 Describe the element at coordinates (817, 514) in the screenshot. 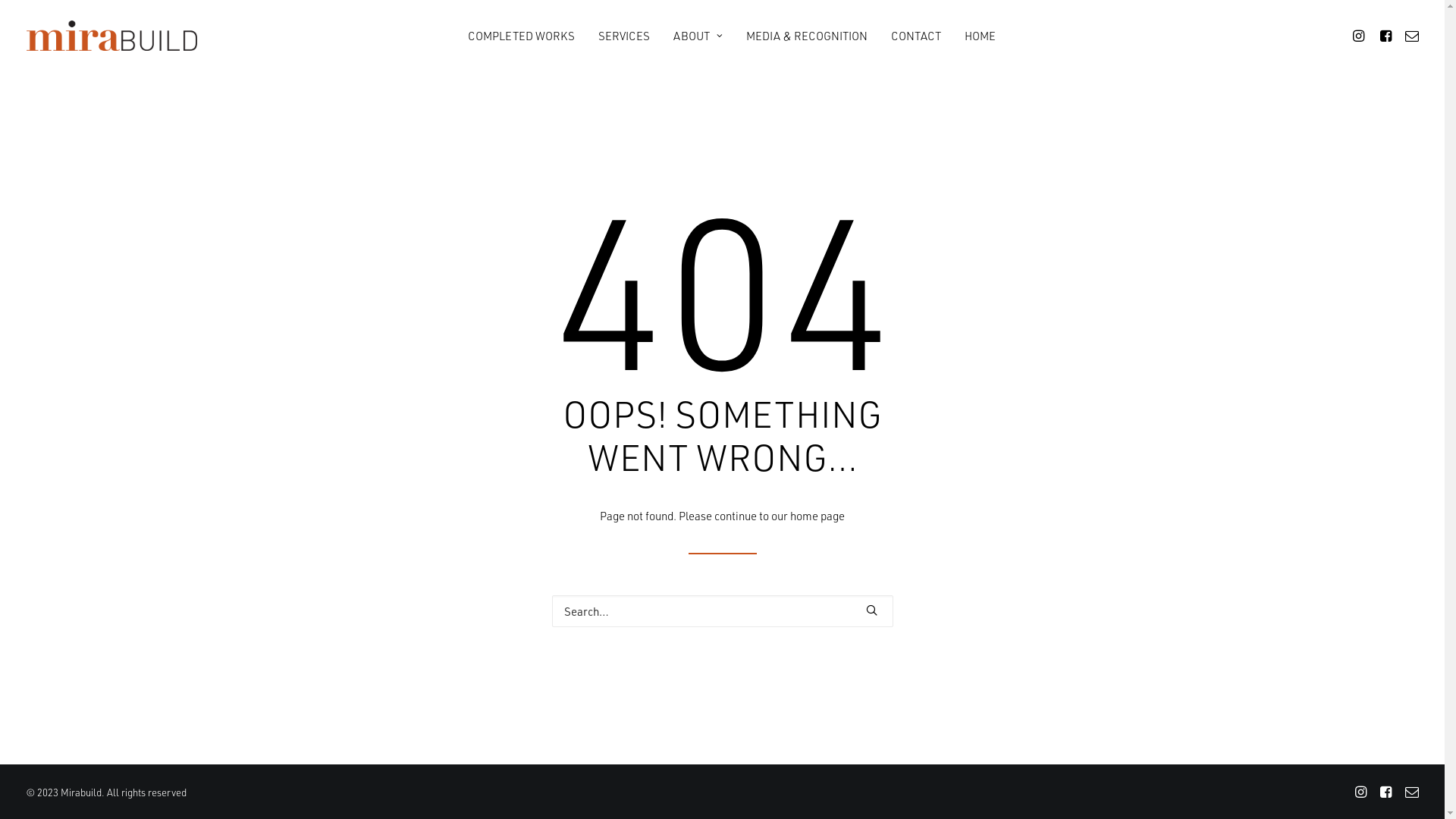

I see `'home page'` at that location.